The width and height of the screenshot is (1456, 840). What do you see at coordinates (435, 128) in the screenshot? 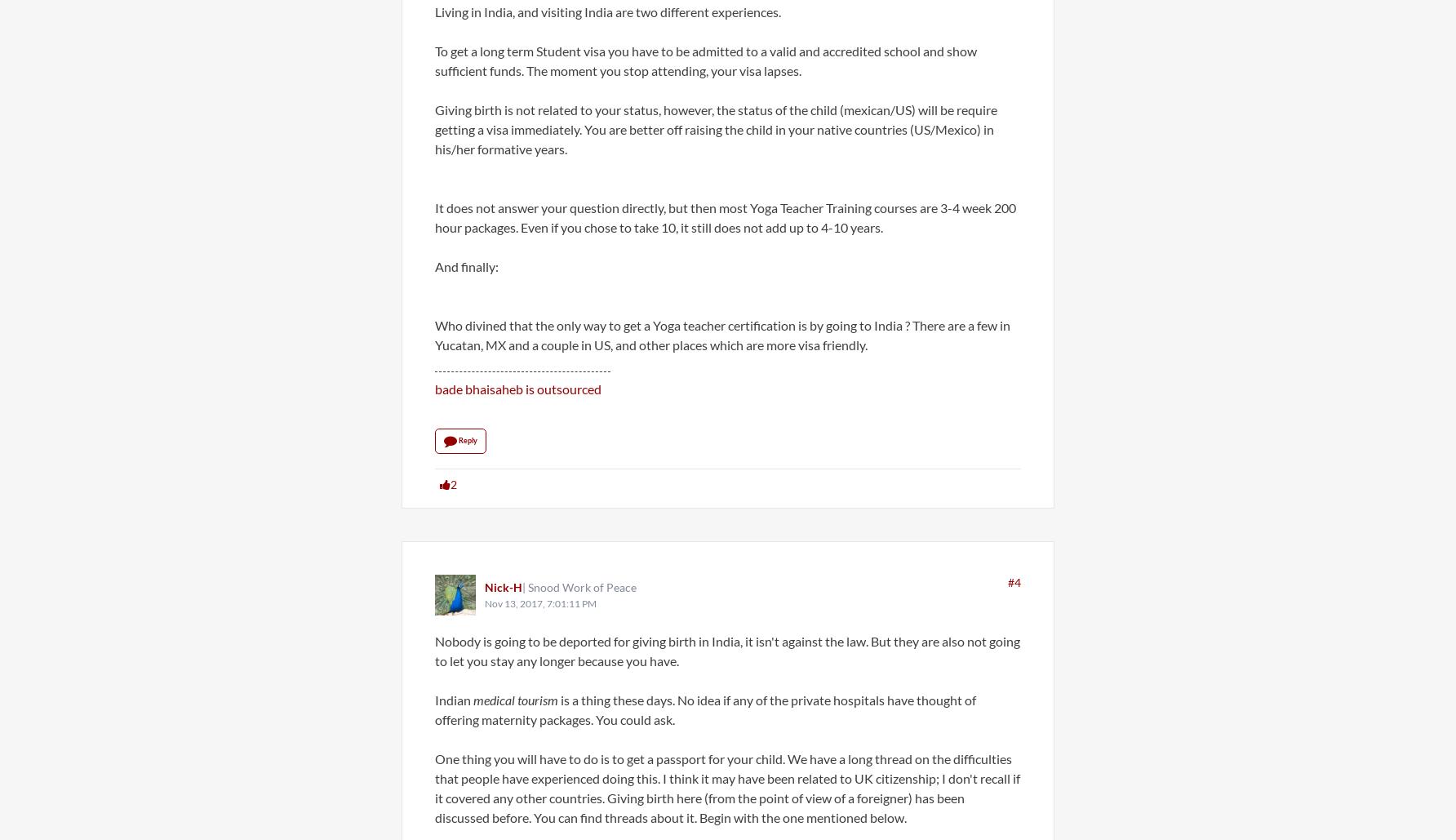
I see `'Giving birth is not related to your status, however, the status of the child (mexican/US) will be require getting a visa immediately.  You are better off raising the child in your native countries (US/Mexico) in his/her formative years.'` at bounding box center [435, 128].